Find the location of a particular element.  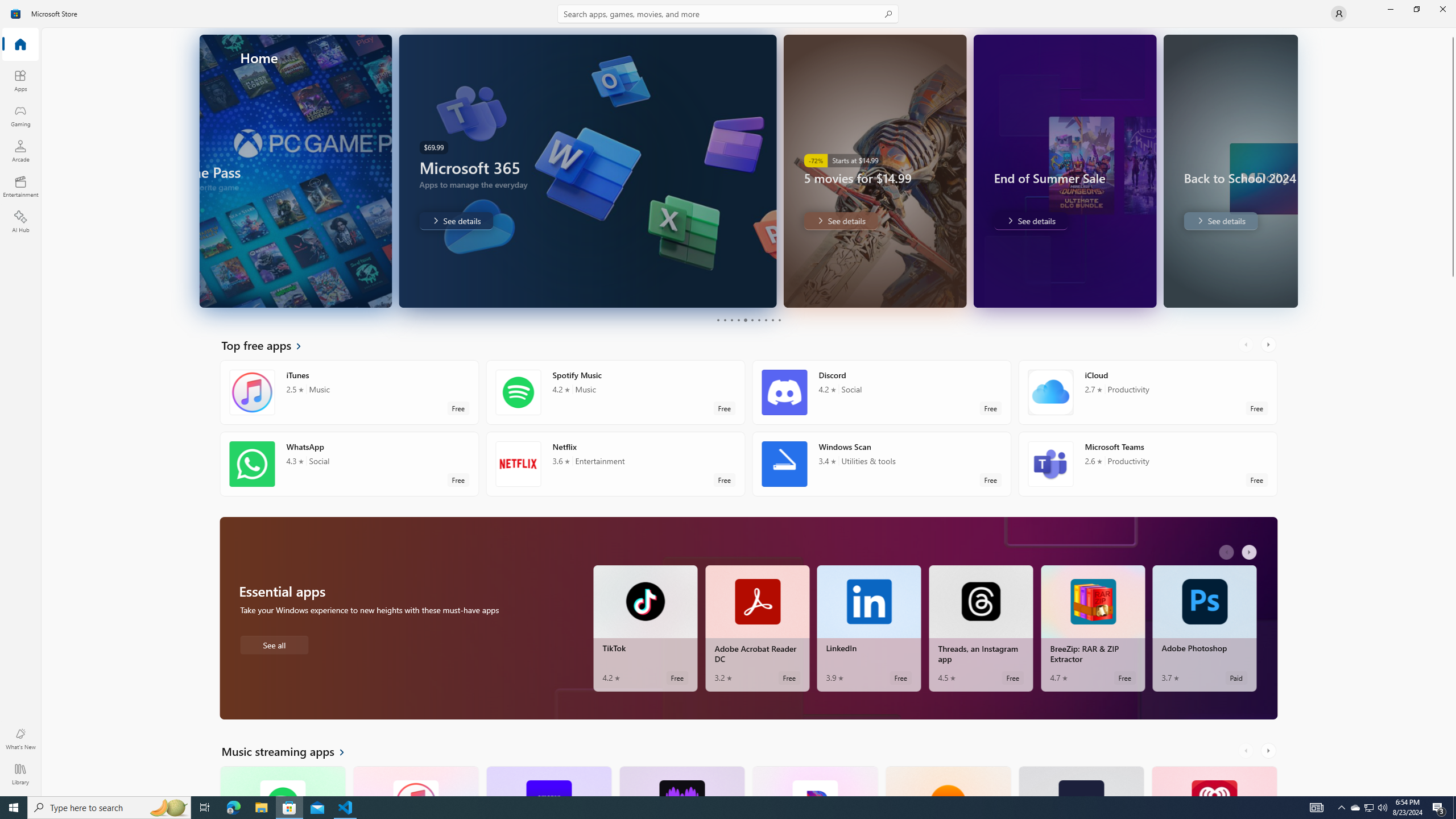

'Entertainment' is located at coordinates (19, 185).